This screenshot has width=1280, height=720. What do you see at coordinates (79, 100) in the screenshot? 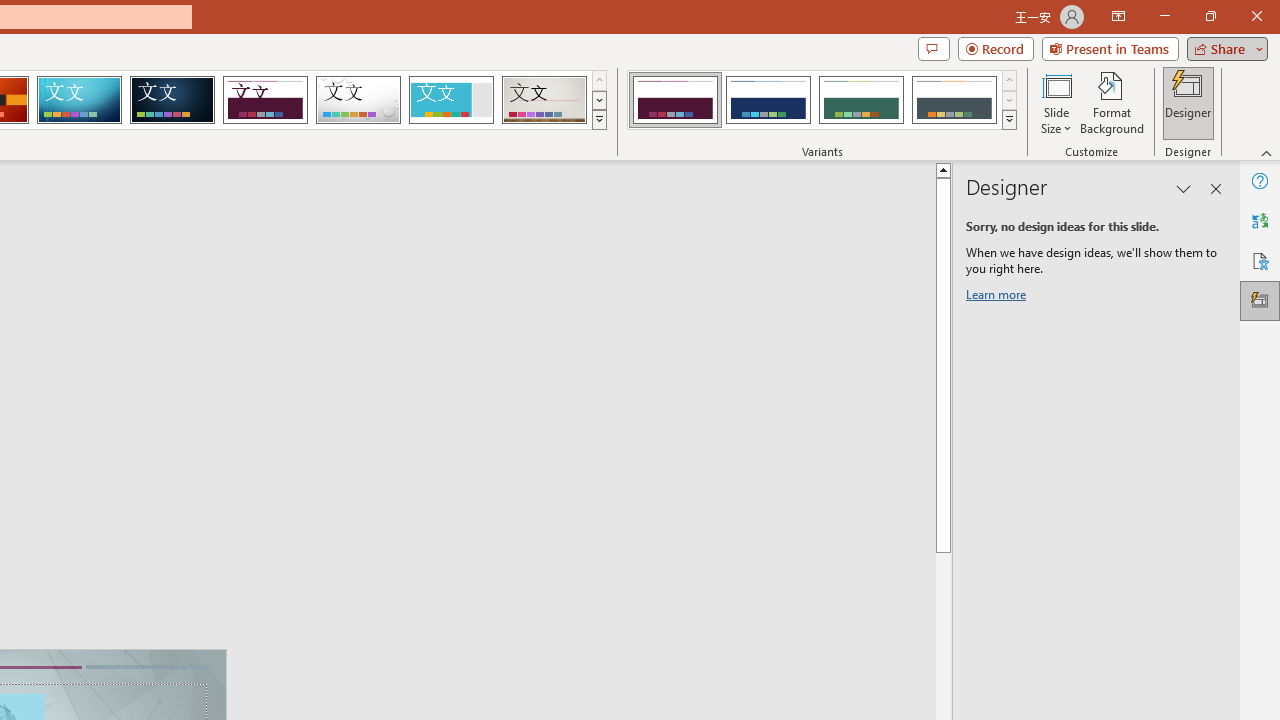
I see `'Circuit'` at bounding box center [79, 100].